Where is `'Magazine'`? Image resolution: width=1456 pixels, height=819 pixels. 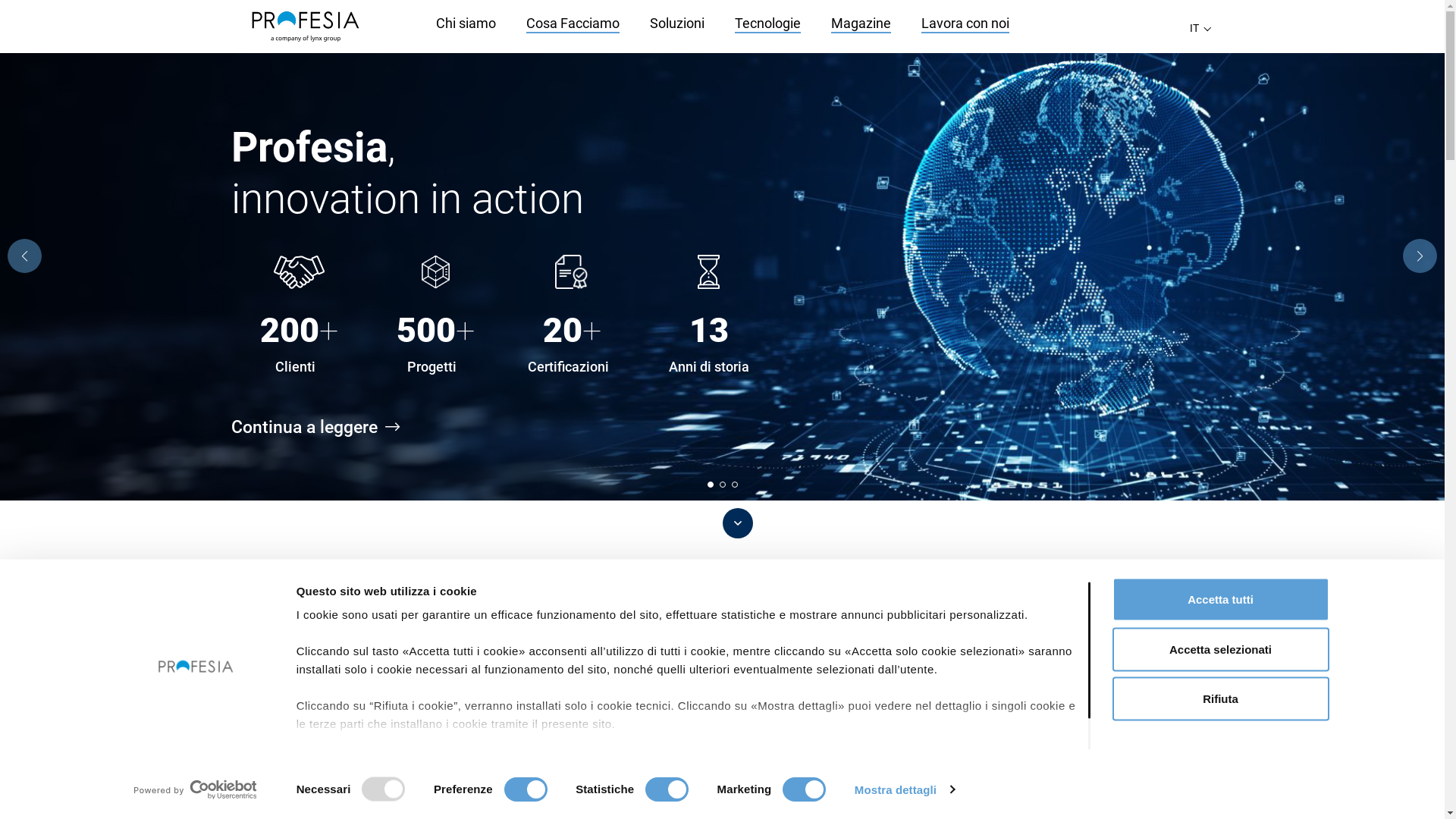 'Magazine' is located at coordinates (861, 24).